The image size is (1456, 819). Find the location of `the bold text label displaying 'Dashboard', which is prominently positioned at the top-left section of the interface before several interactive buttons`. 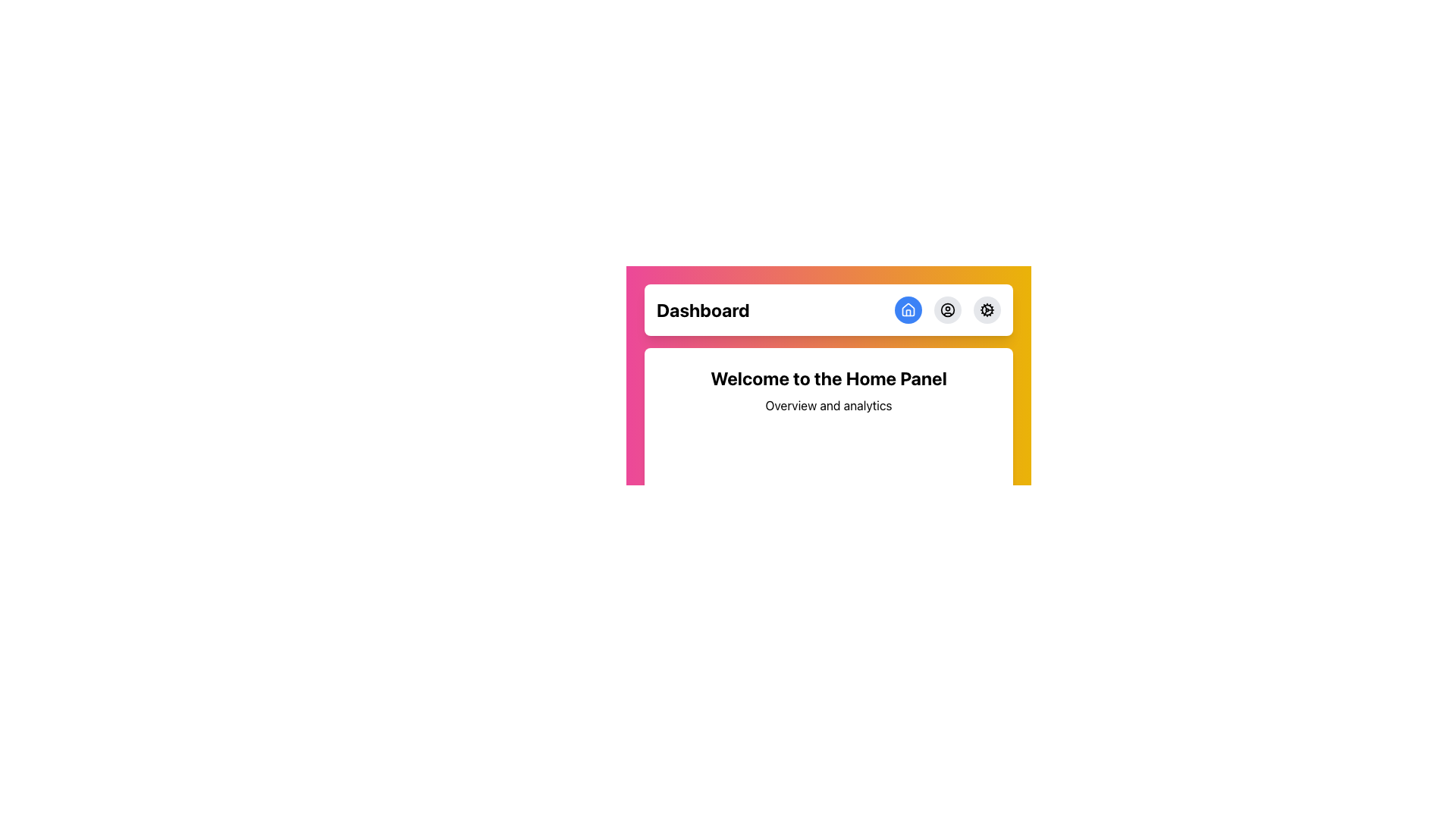

the bold text label displaying 'Dashboard', which is prominently positioned at the top-left section of the interface before several interactive buttons is located at coordinates (702, 309).